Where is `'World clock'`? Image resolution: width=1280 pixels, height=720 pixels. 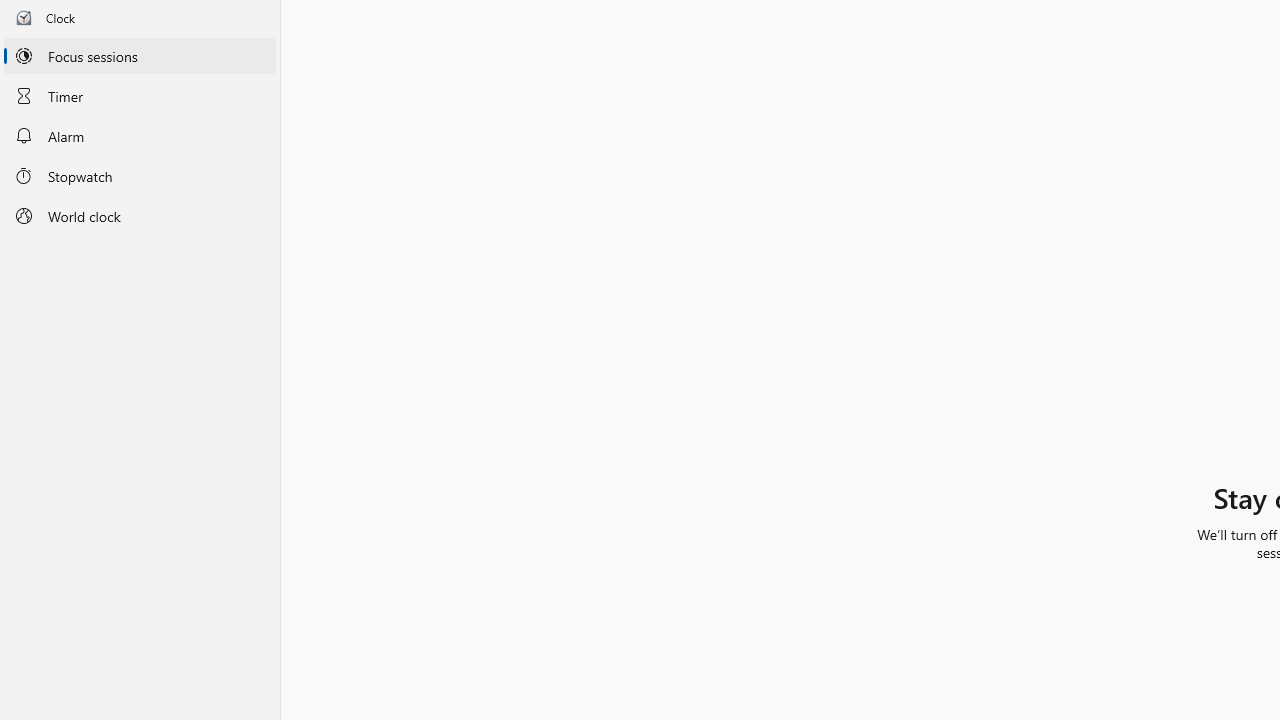 'World clock' is located at coordinates (139, 216).